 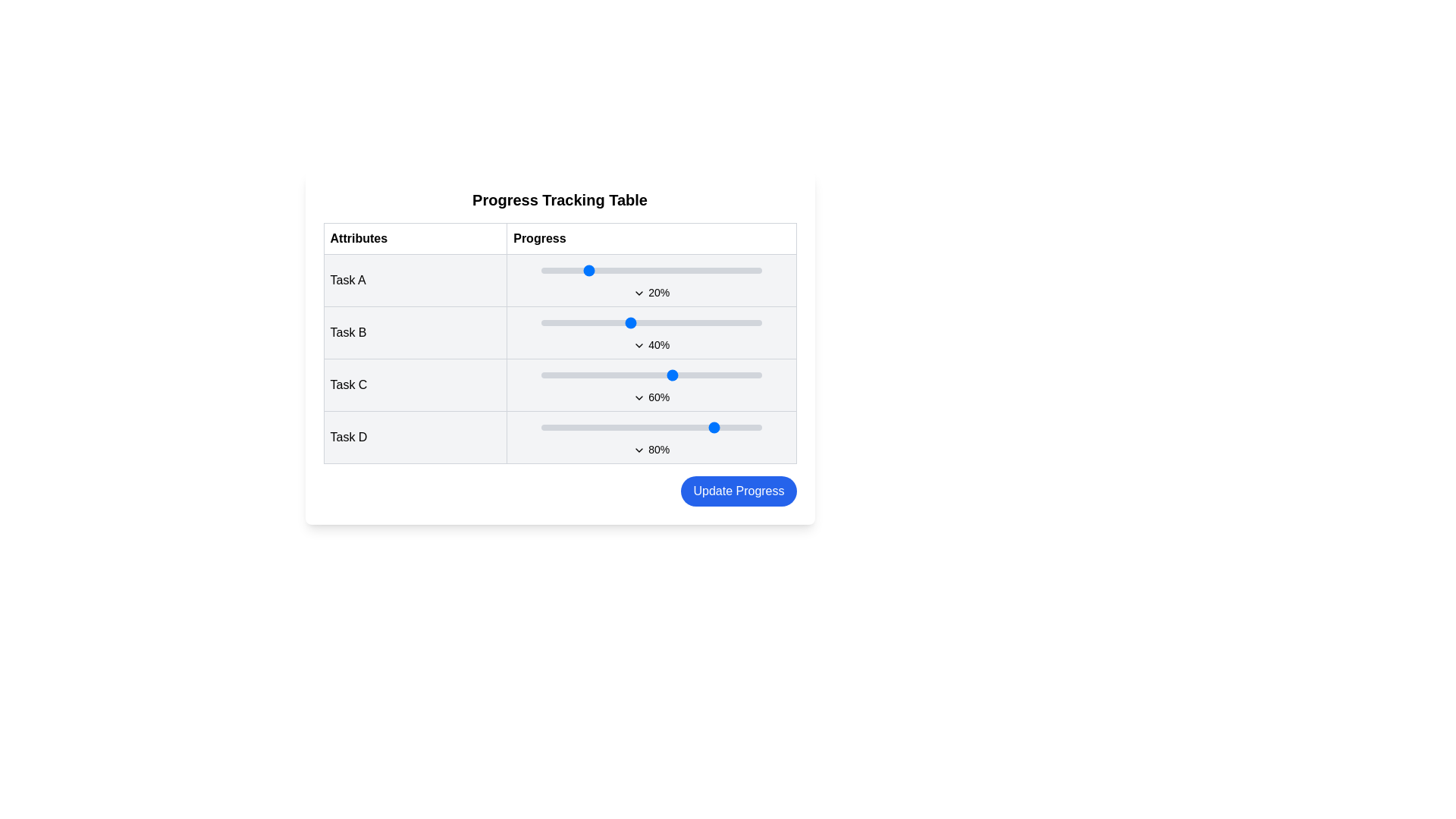 I want to click on the progress for Task C, so click(x=620, y=375).